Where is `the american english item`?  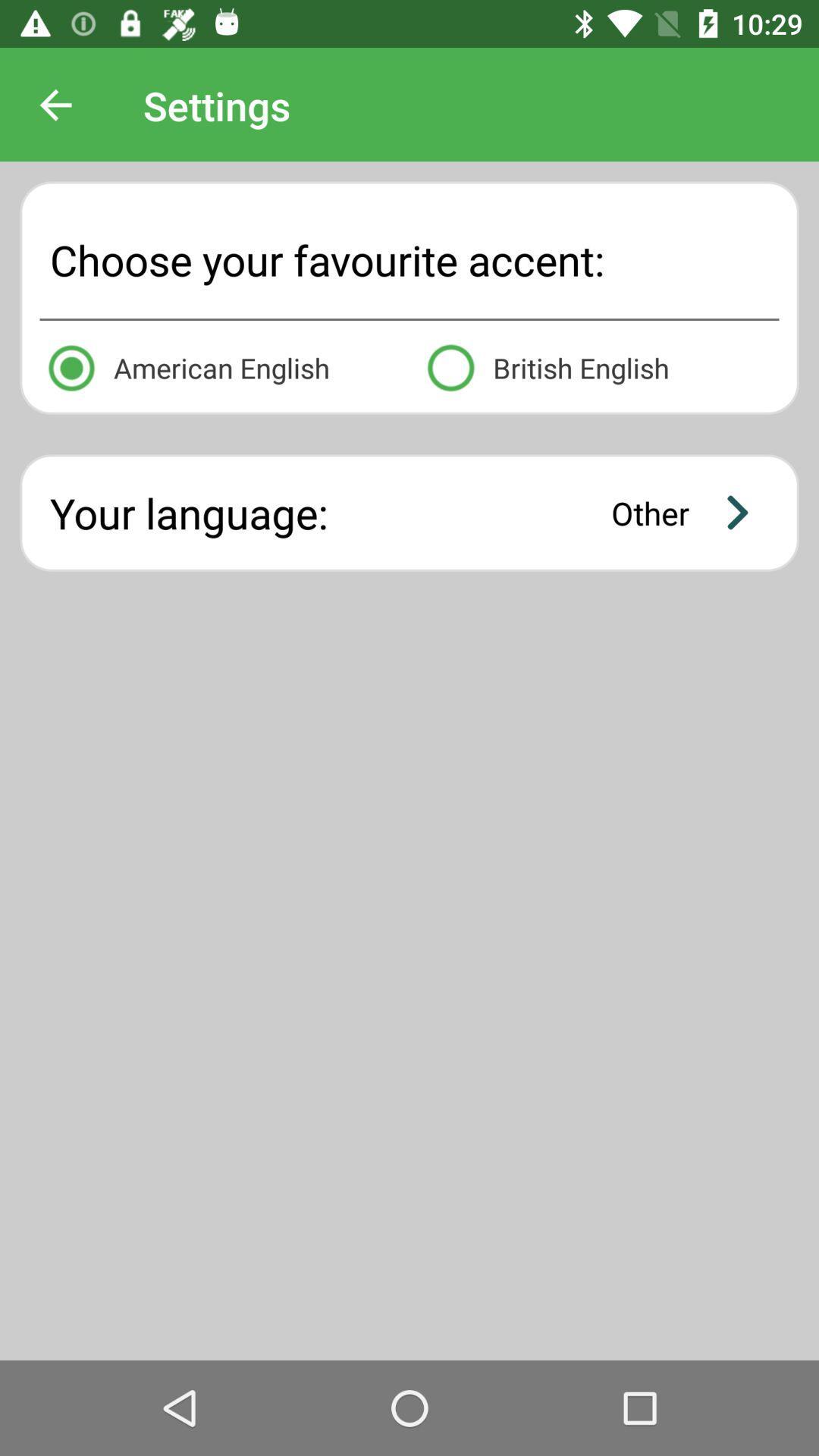
the american english item is located at coordinates (219, 365).